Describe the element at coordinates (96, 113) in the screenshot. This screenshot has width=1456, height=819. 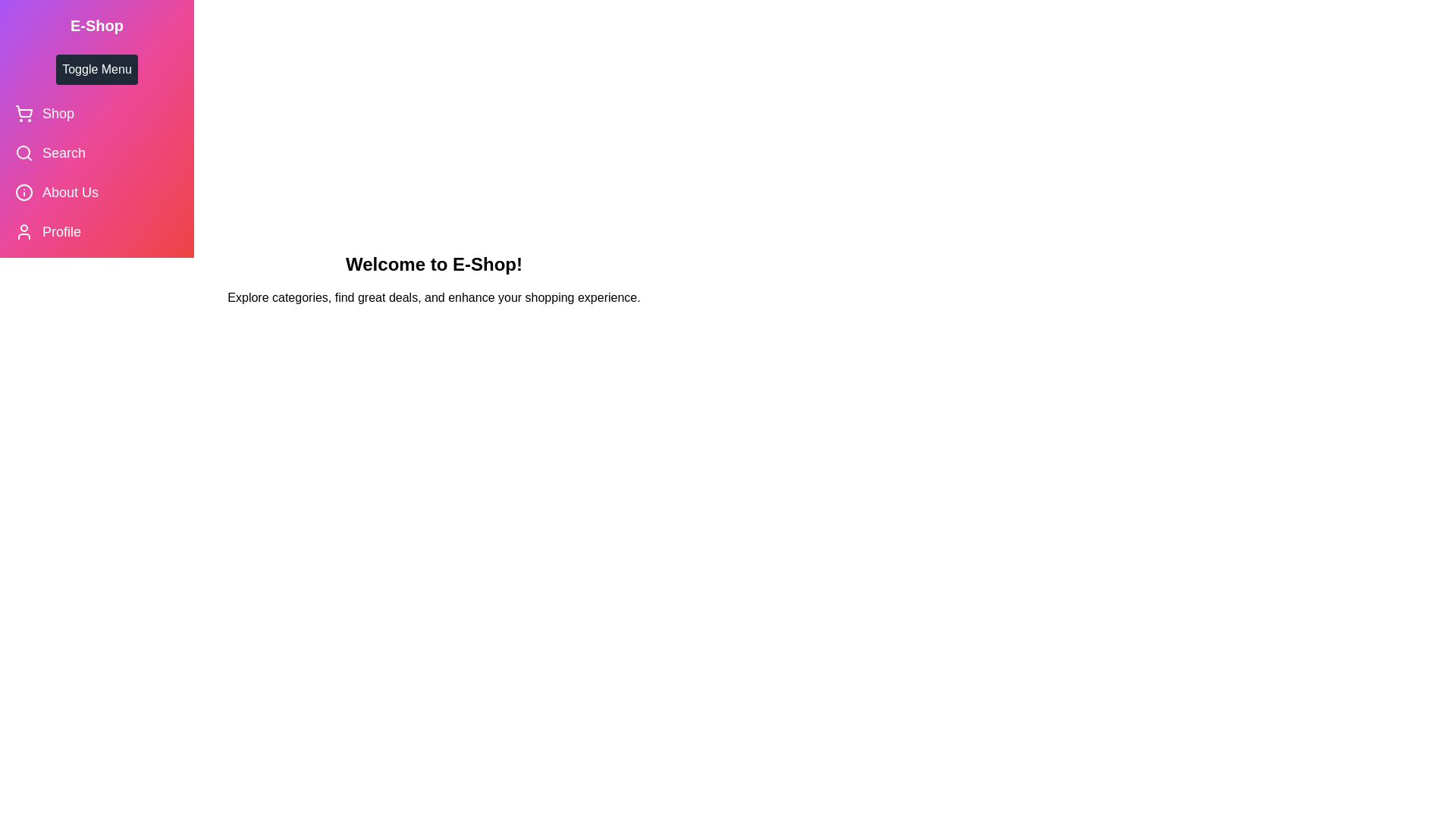
I see `the 'Shop' menu item to select it` at that location.